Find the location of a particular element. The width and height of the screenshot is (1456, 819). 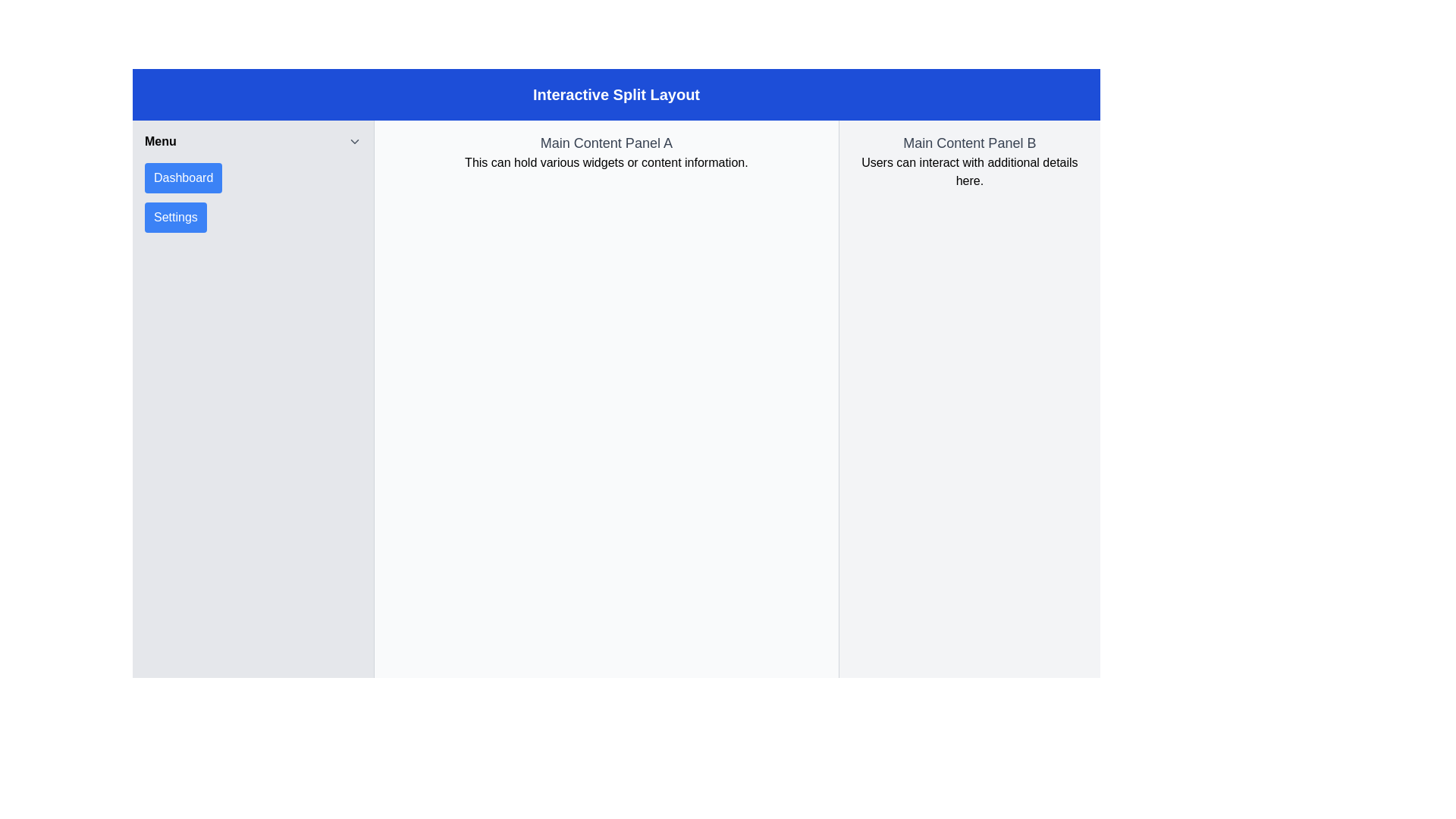

the static text block that contains the descriptive text 'This can hold various widgets or content information.' located below the header 'Main Content Panel A' in the left content section is located at coordinates (605, 163).